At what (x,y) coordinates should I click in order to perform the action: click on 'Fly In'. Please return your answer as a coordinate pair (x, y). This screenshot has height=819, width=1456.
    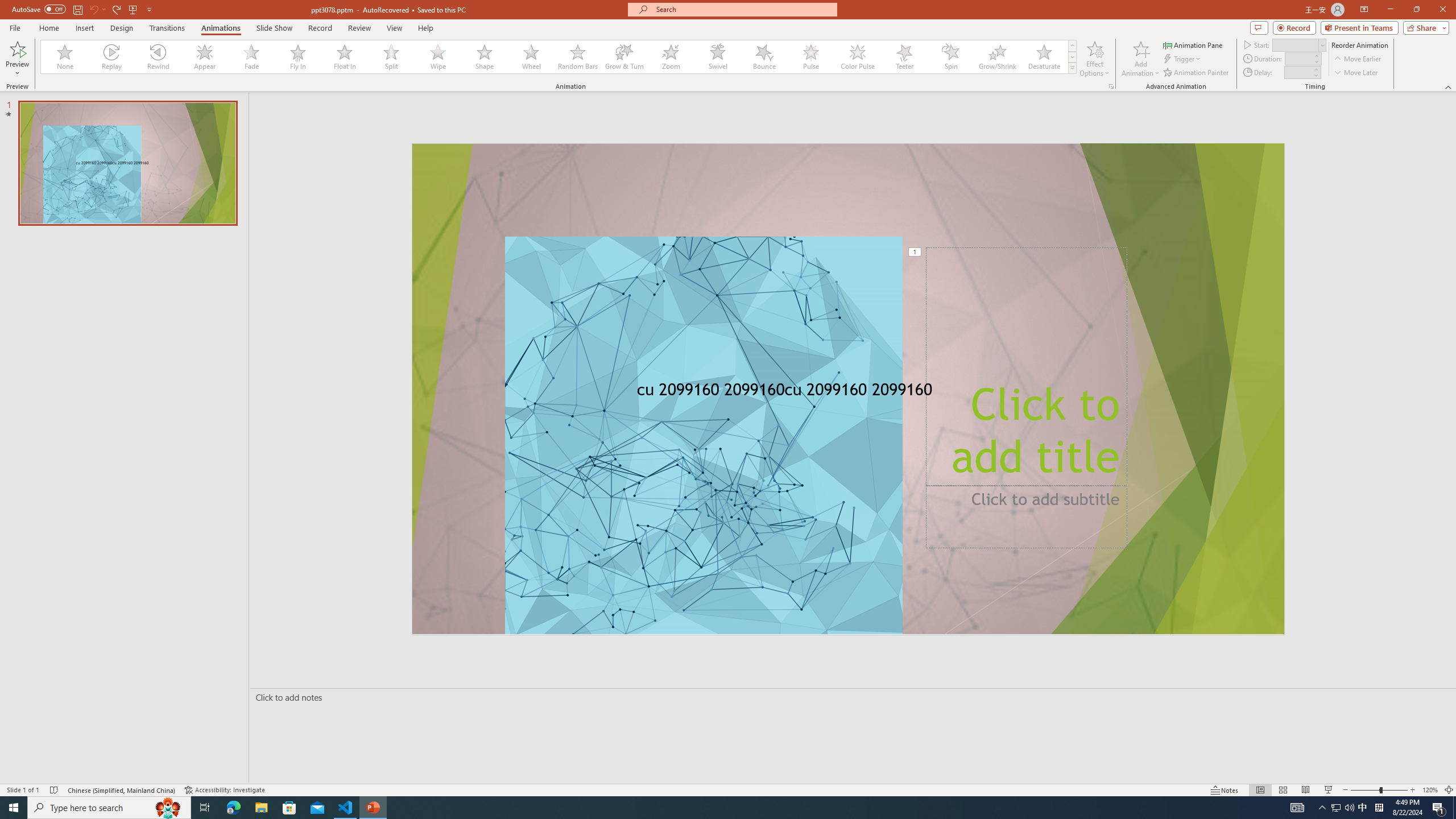
    Looking at the image, I should click on (297, 56).